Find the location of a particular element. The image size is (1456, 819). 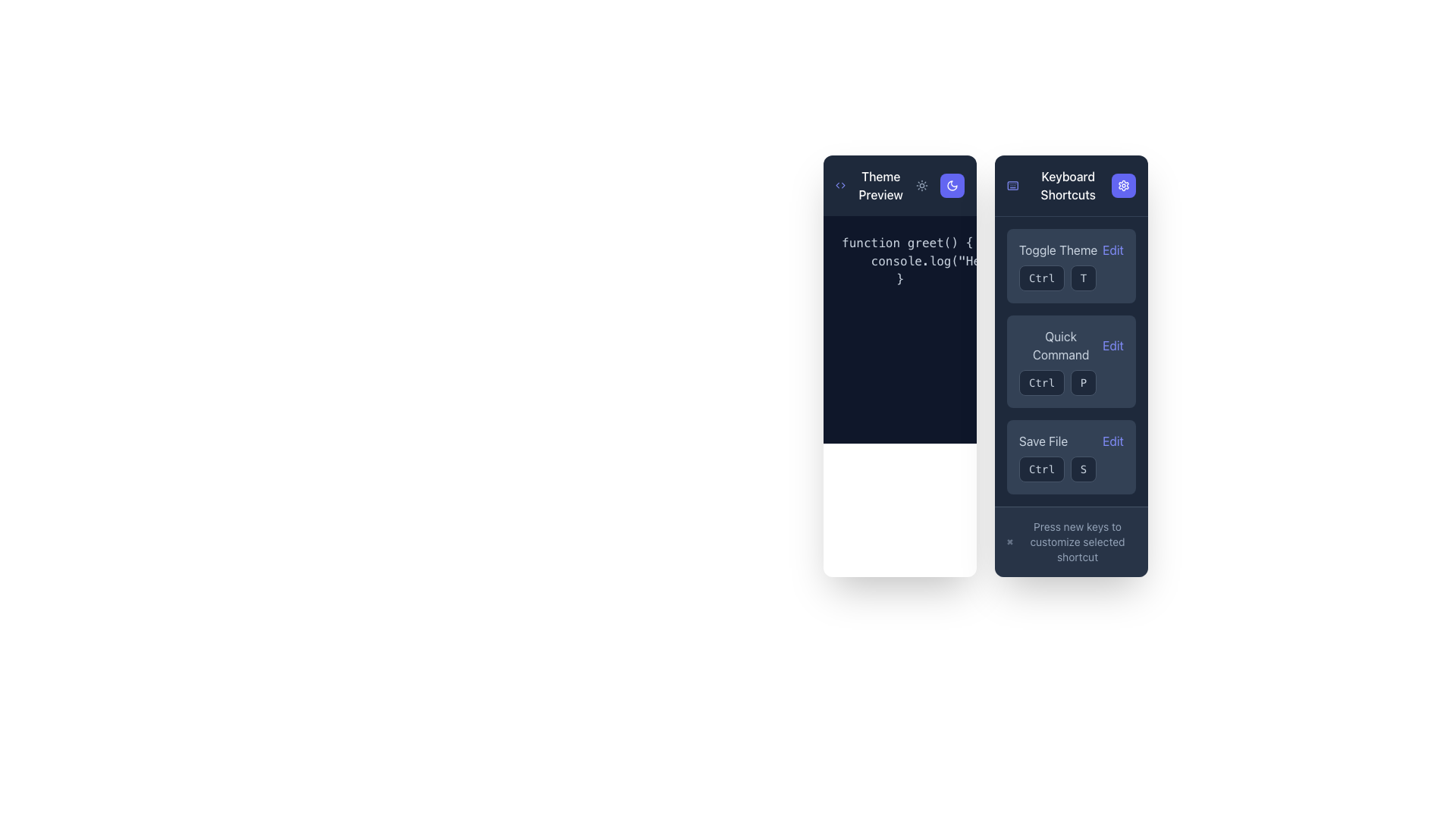

the 'Save File' label, which is a soft slate-gray textual label styled in a modern sans-serif font, located within the 'Save FileEdit' section on the right-side panel is located at coordinates (1043, 441).